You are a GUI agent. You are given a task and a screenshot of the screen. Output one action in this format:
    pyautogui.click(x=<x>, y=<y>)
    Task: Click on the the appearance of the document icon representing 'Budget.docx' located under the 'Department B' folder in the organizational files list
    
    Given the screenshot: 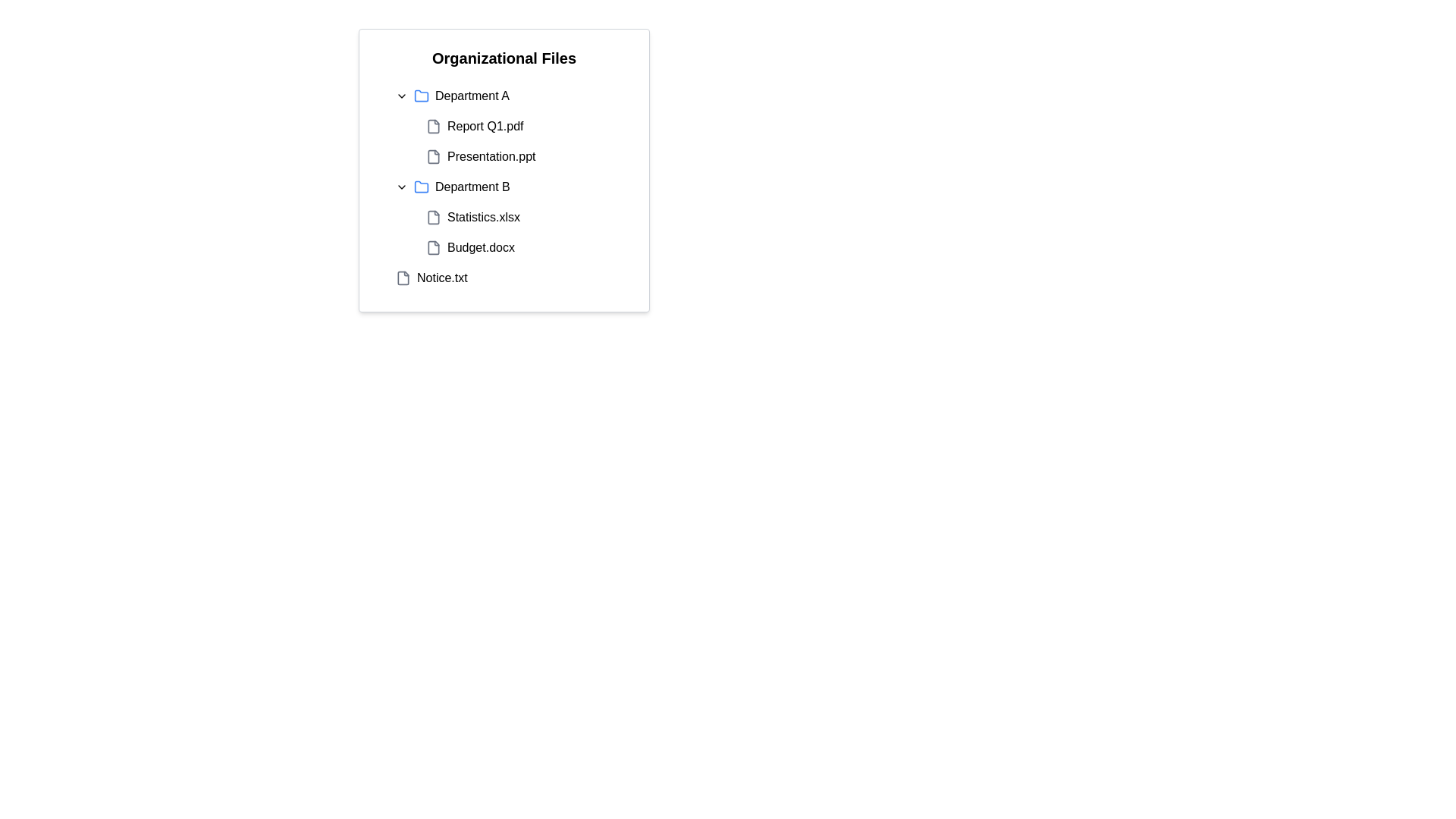 What is the action you would take?
    pyautogui.click(x=432, y=247)
    